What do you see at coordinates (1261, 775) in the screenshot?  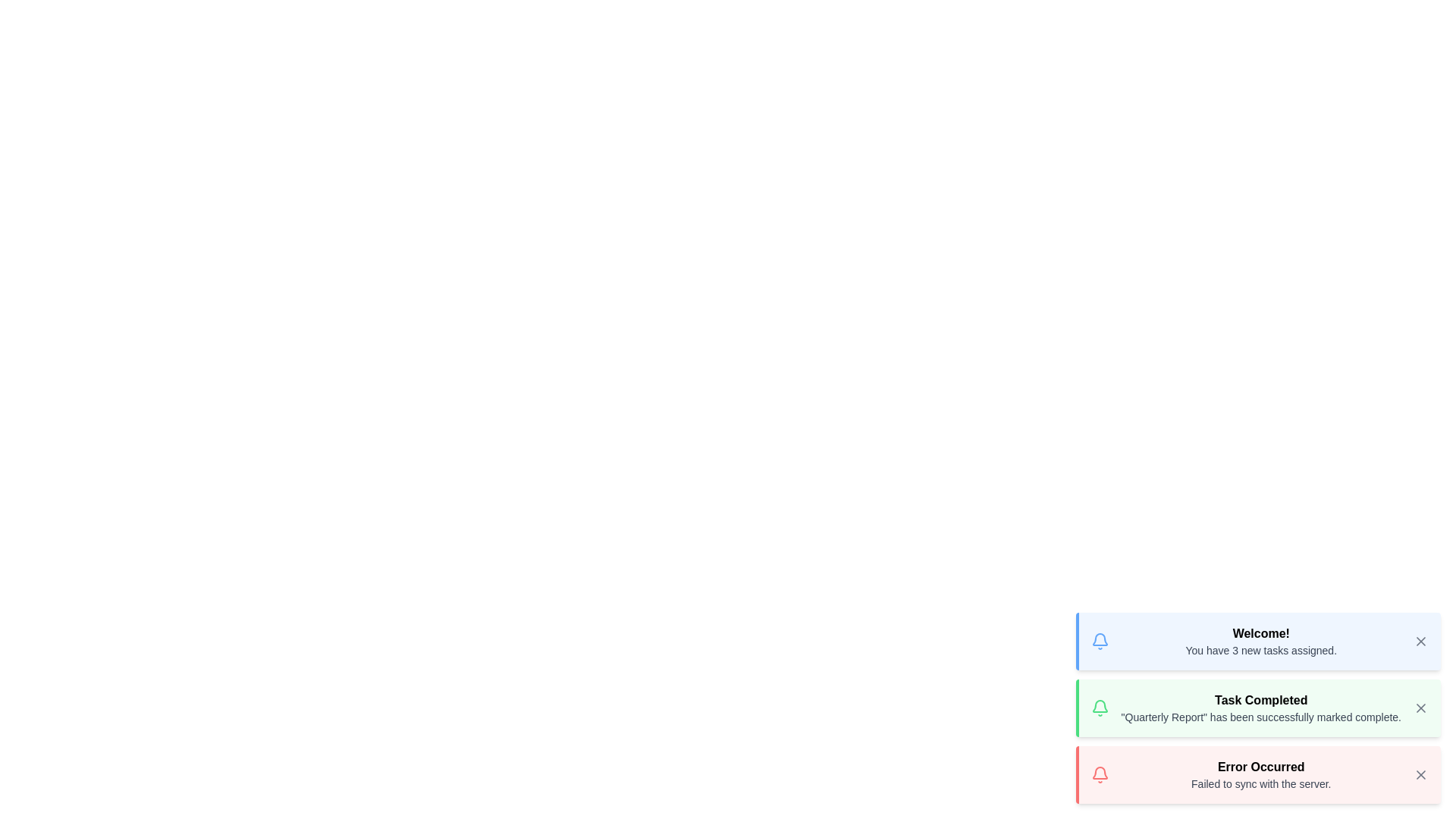 I see `the error notification message that displays server synchronization failure, located in the bottom-right corner of the interface` at bounding box center [1261, 775].